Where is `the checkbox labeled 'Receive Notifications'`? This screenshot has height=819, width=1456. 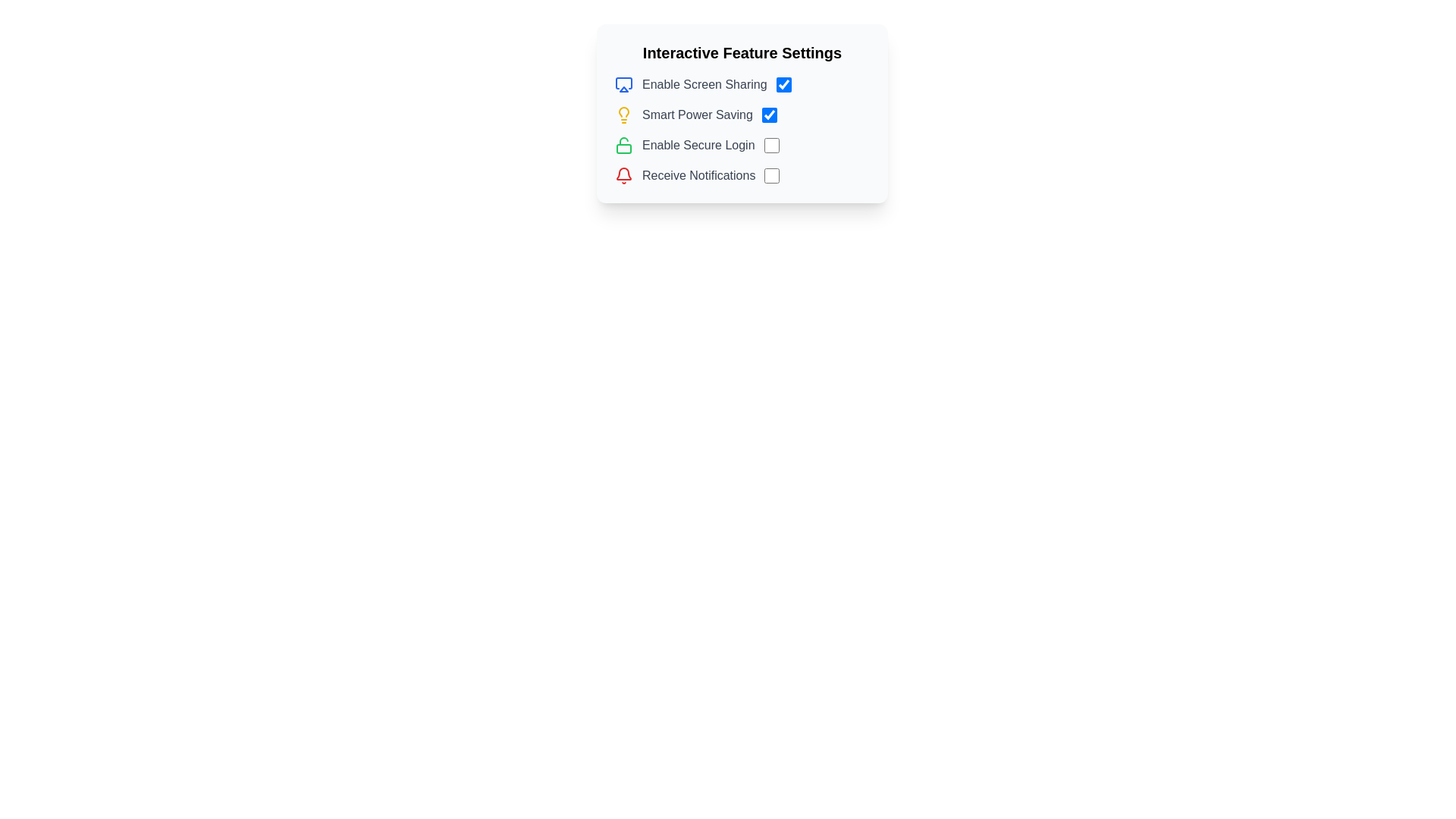
the checkbox labeled 'Receive Notifications' is located at coordinates (742, 174).